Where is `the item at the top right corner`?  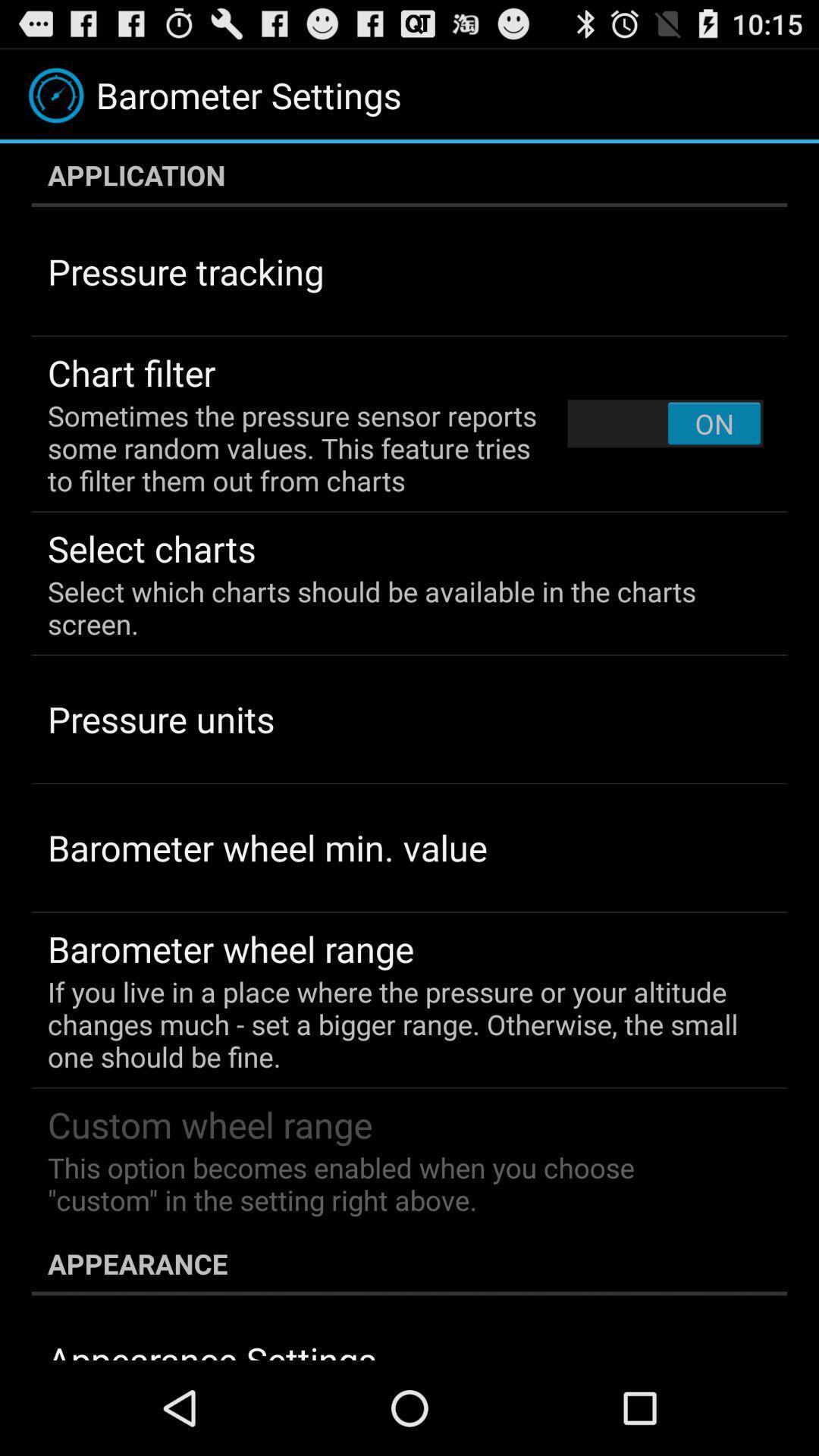 the item at the top right corner is located at coordinates (664, 423).